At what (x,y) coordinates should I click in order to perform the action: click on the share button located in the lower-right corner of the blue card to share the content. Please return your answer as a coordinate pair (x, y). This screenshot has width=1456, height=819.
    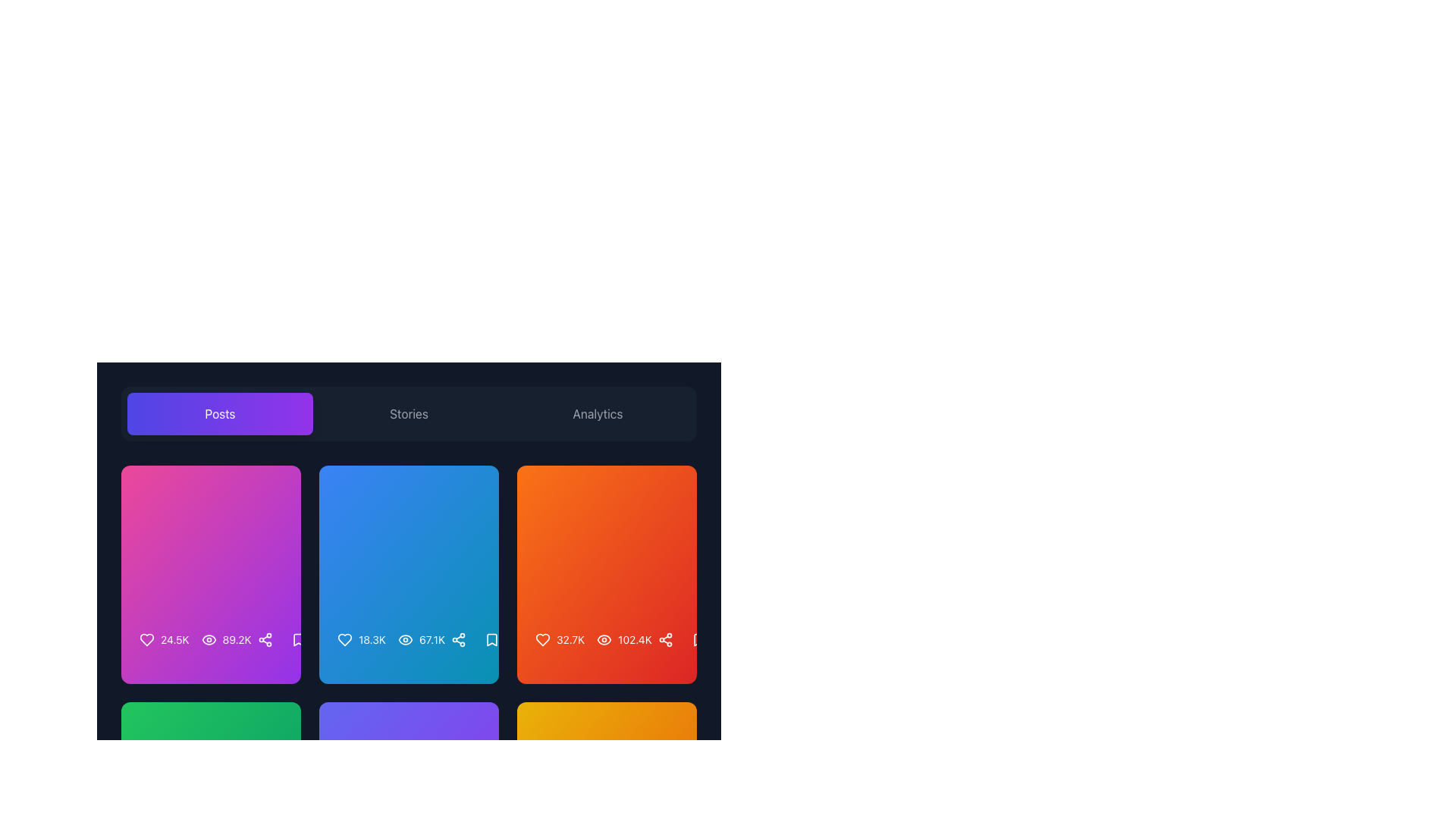
    Looking at the image, I should click on (457, 640).